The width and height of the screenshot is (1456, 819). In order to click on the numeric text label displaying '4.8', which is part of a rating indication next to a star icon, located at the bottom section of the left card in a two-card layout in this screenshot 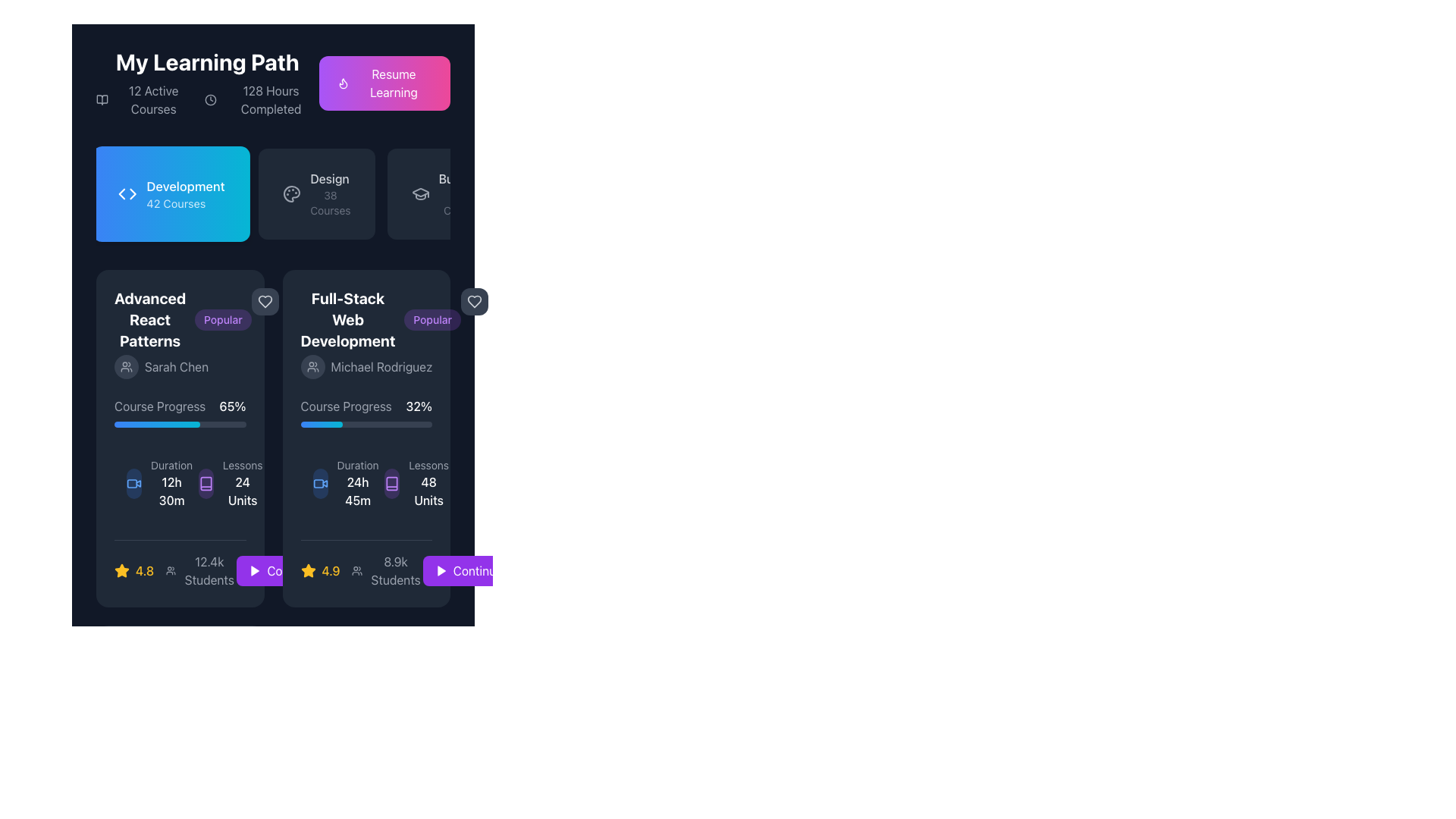, I will do `click(145, 570)`.